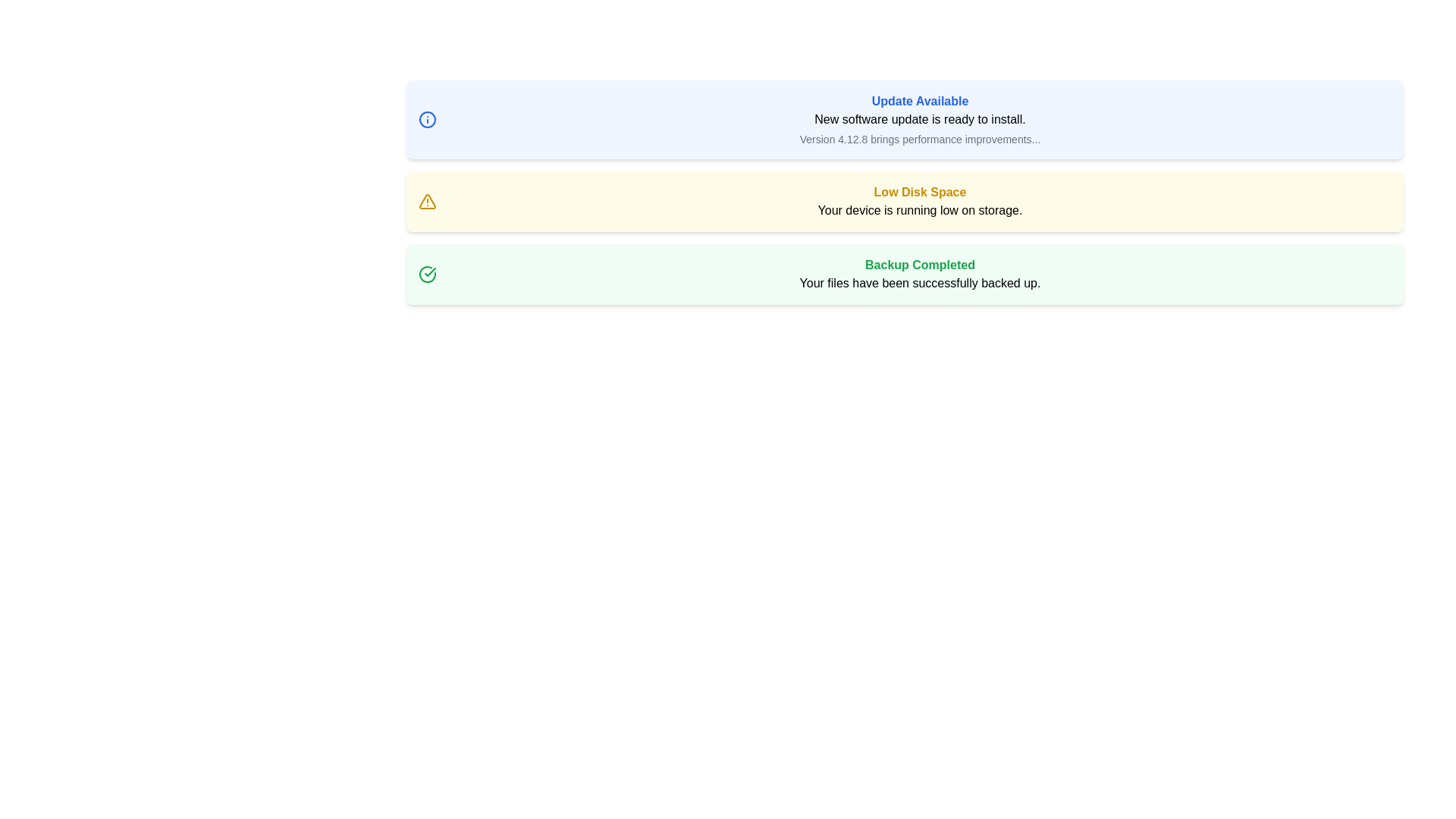 This screenshot has height=819, width=1456. Describe the element at coordinates (919, 284) in the screenshot. I see `the static text label that indicates the status message for successful file backup, located below the 'Backup Completed' heading in a light green panel` at that location.